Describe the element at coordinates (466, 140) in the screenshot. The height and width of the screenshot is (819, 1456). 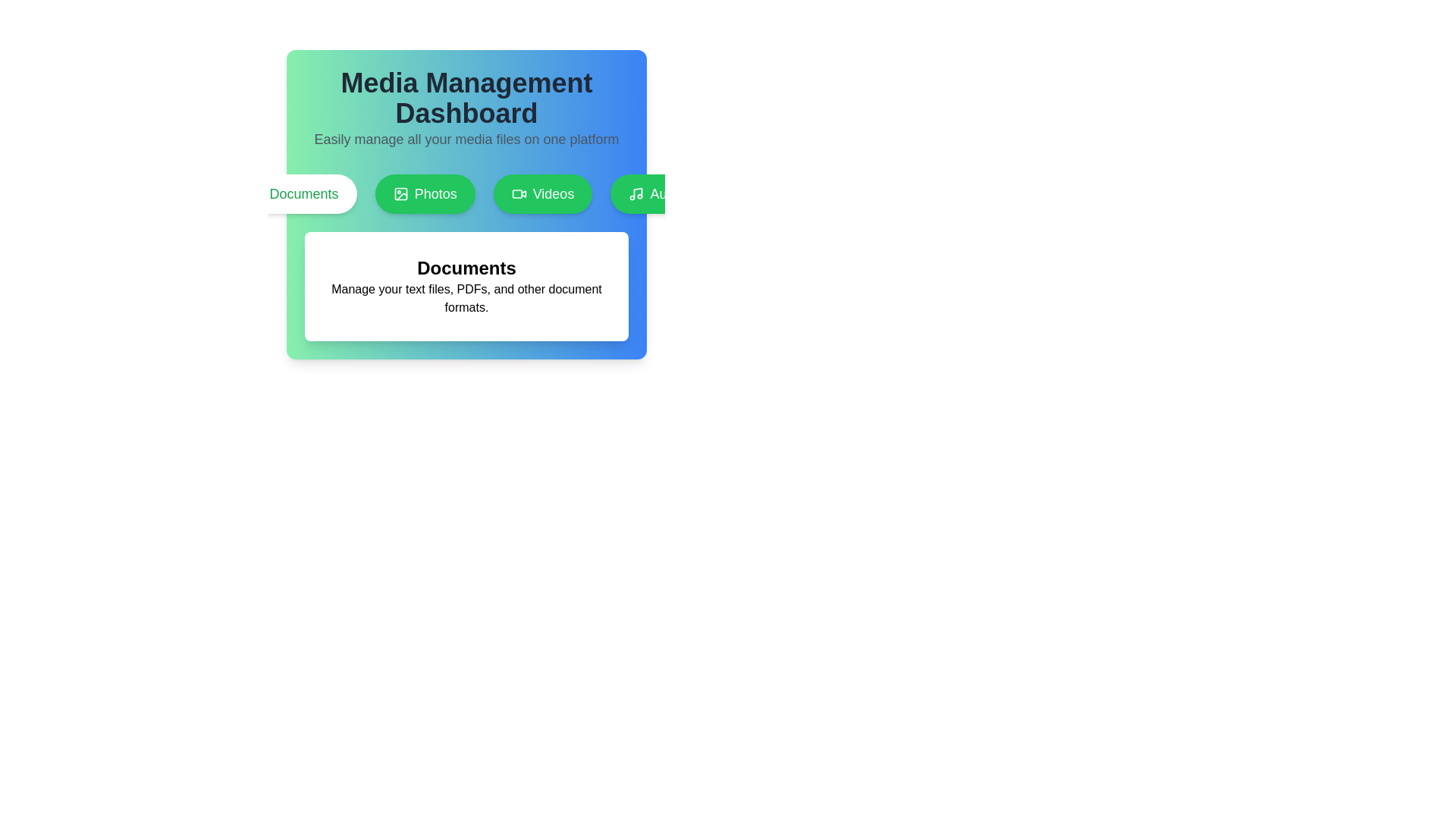
I see `the descriptive text element located beneath the heading 'Media Management Dashboard', which elaborates on the dashboard's capability to manage media files` at that location.